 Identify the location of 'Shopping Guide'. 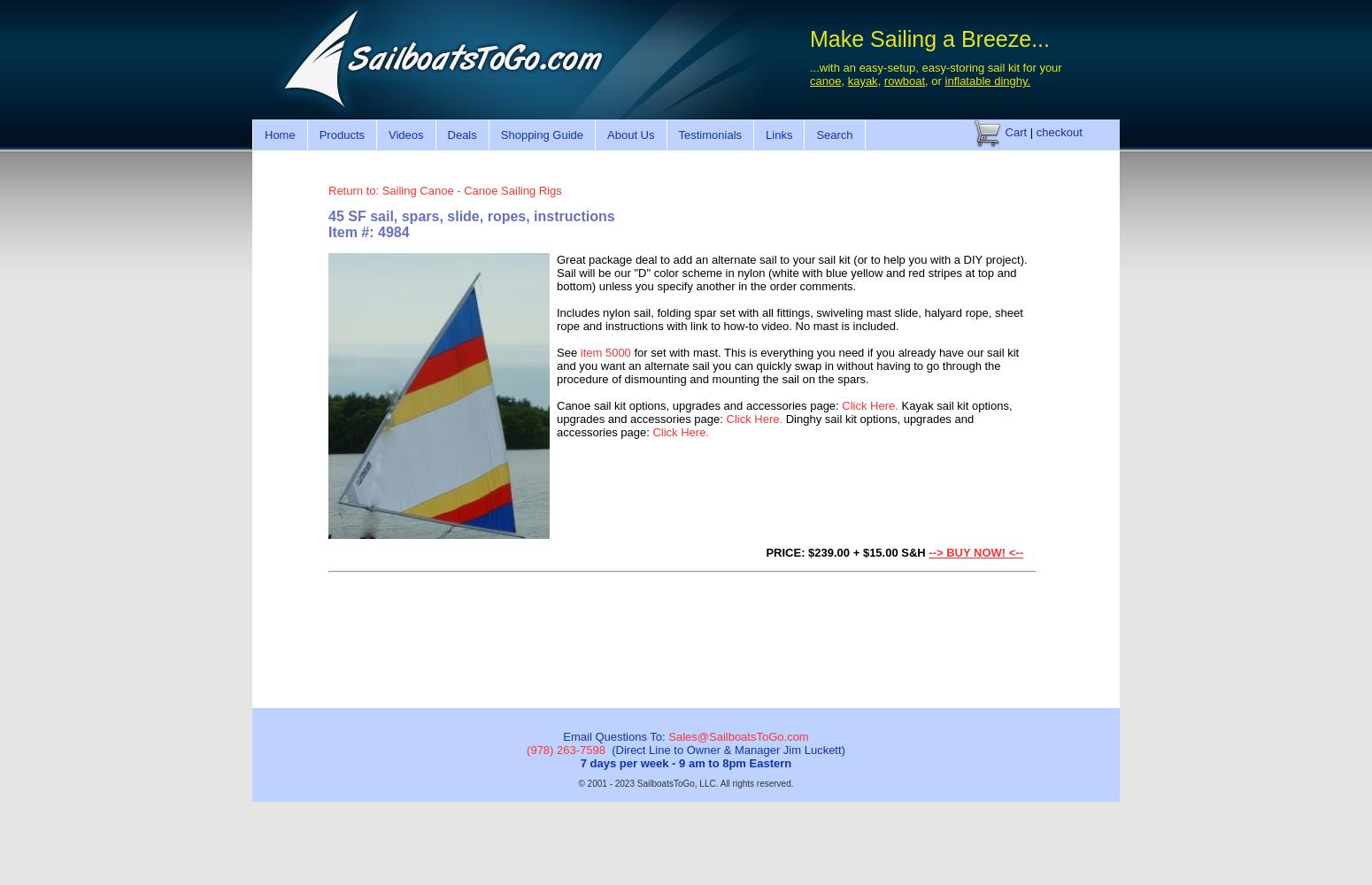
(541, 134).